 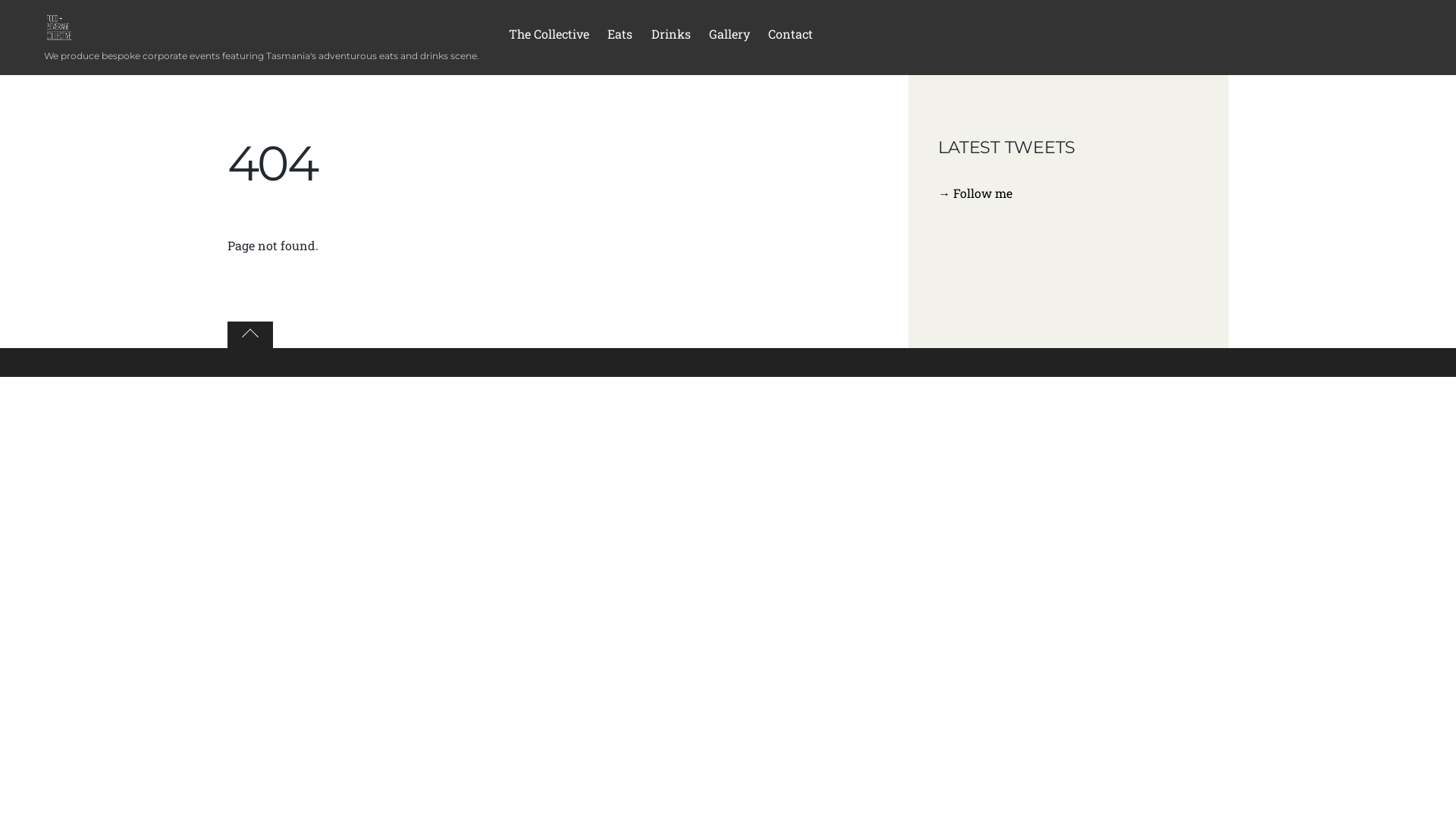 What do you see at coordinates (599, 36) in the screenshot?
I see `'Eats'` at bounding box center [599, 36].